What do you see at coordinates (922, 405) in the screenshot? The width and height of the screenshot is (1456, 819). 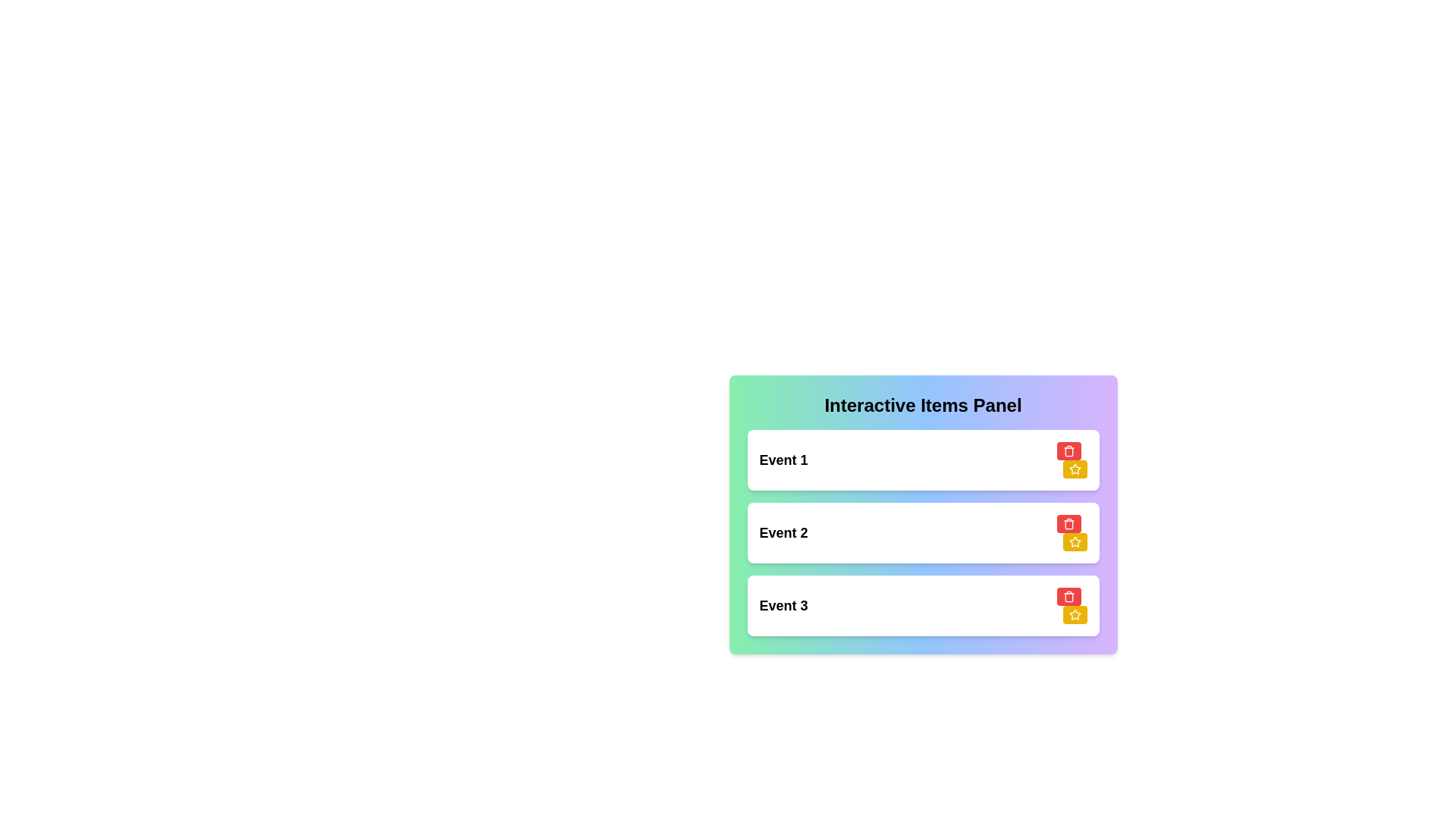 I see `the descriptive header text label located at the top of the panel with a gradient-colored background, which is centered above the event labels` at bounding box center [922, 405].